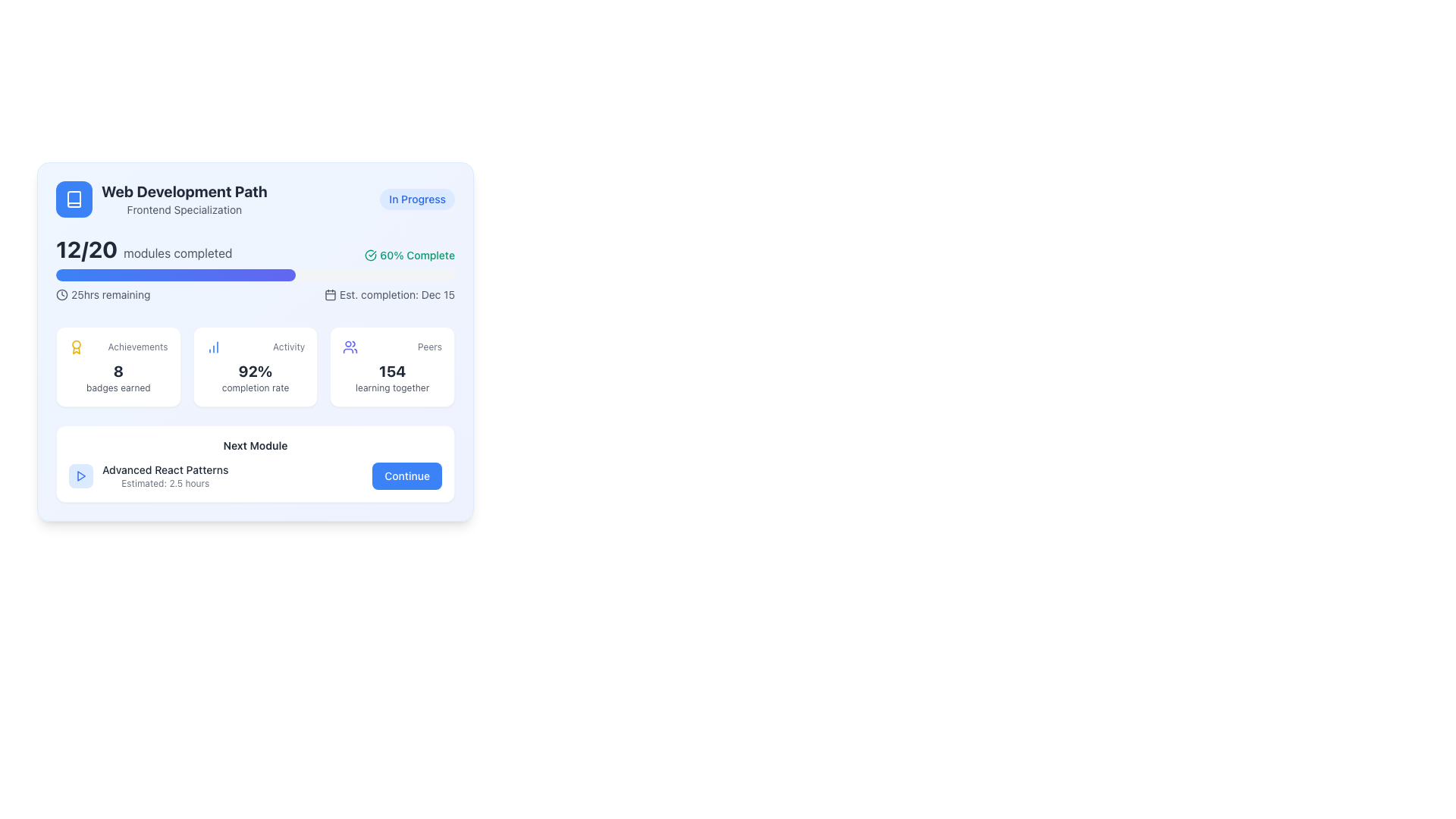 The width and height of the screenshot is (1456, 819). Describe the element at coordinates (75, 344) in the screenshot. I see `the circular icon with a yellow border and white interior, located near the text 'Achievements' in the top left section of the widget card` at that location.